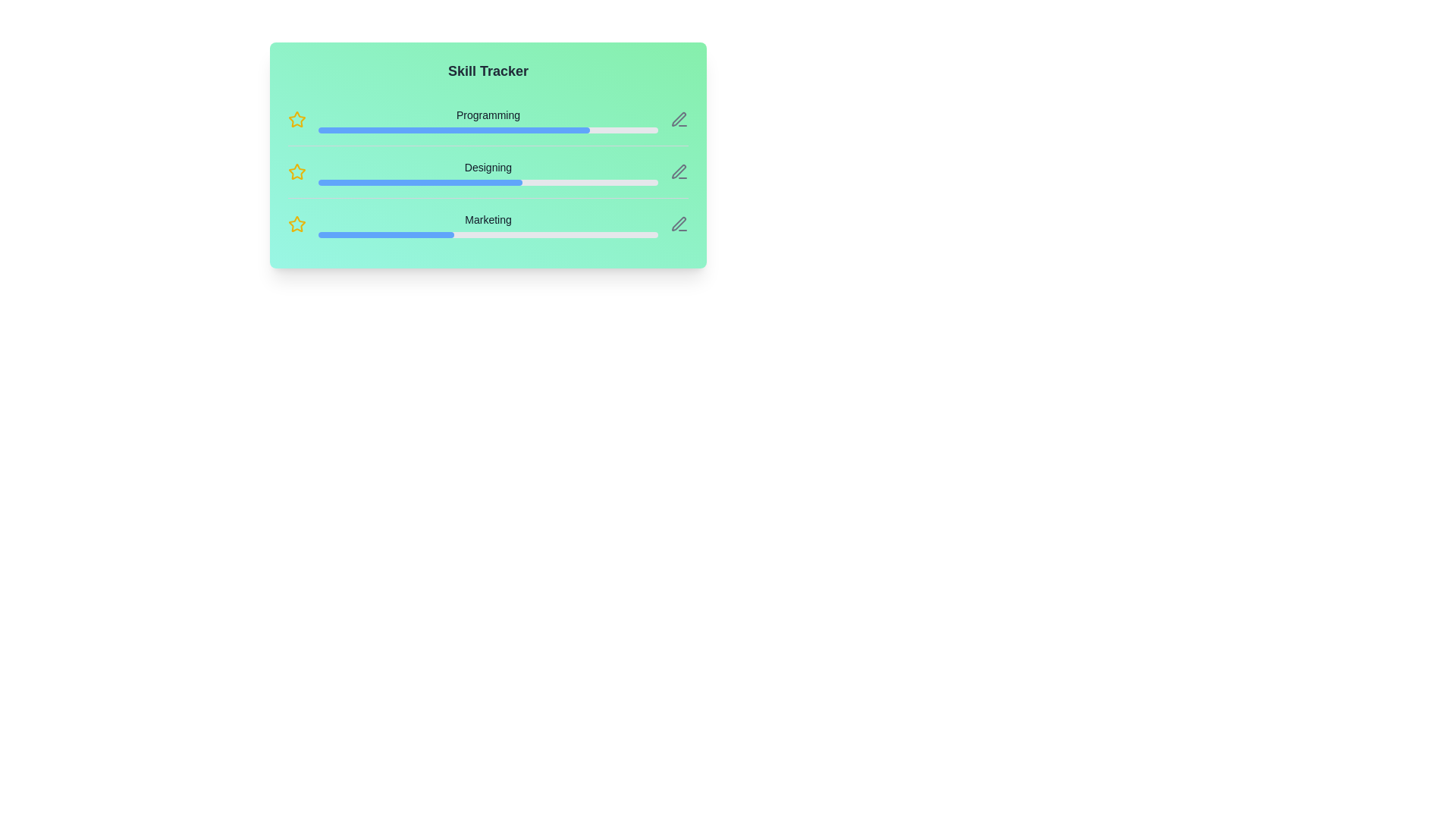 The image size is (1456, 819). What do you see at coordinates (488, 114) in the screenshot?
I see `the skill name Programming to view additional details` at bounding box center [488, 114].